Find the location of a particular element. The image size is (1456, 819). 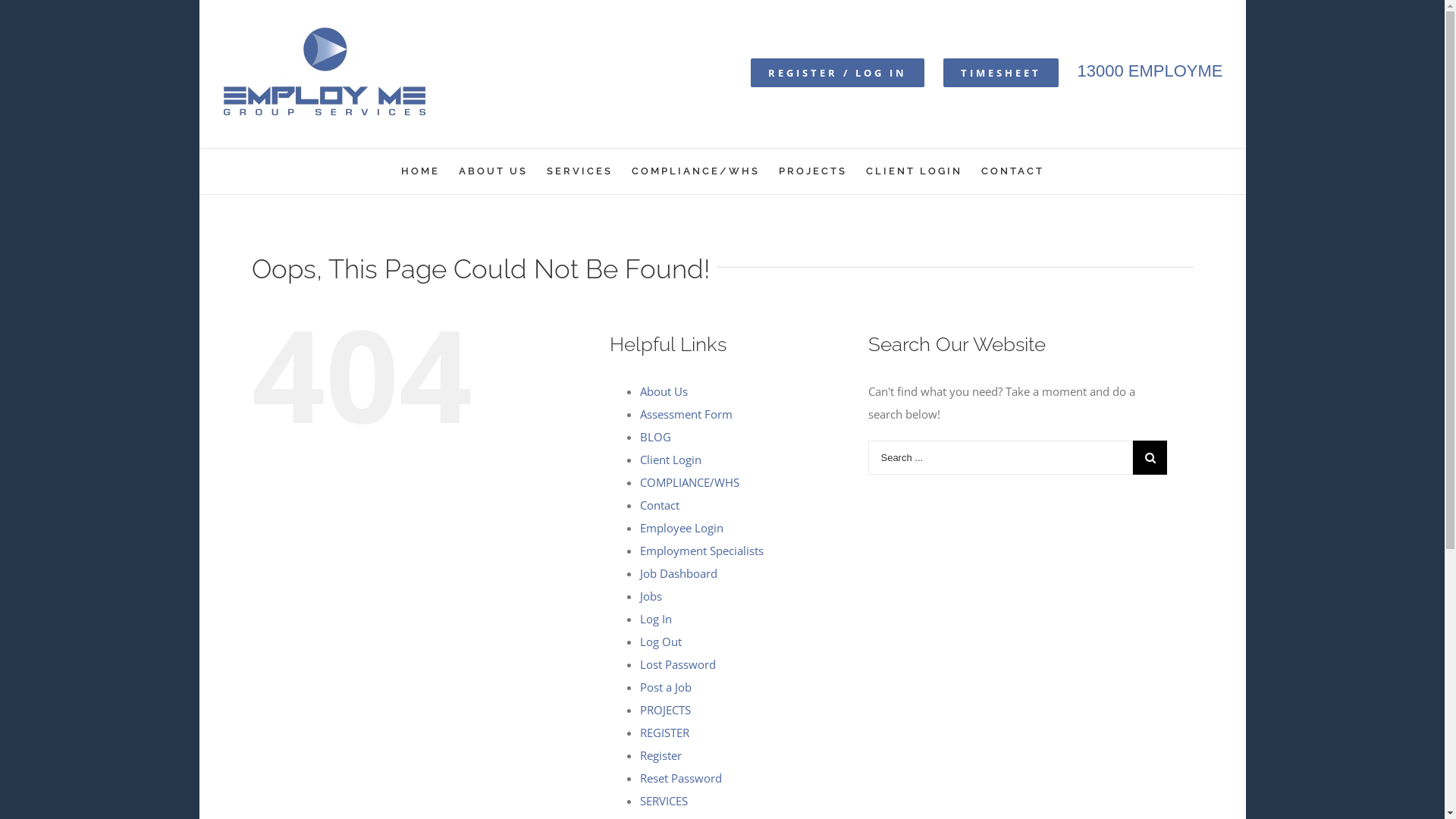

'SERVICES' is located at coordinates (664, 800).